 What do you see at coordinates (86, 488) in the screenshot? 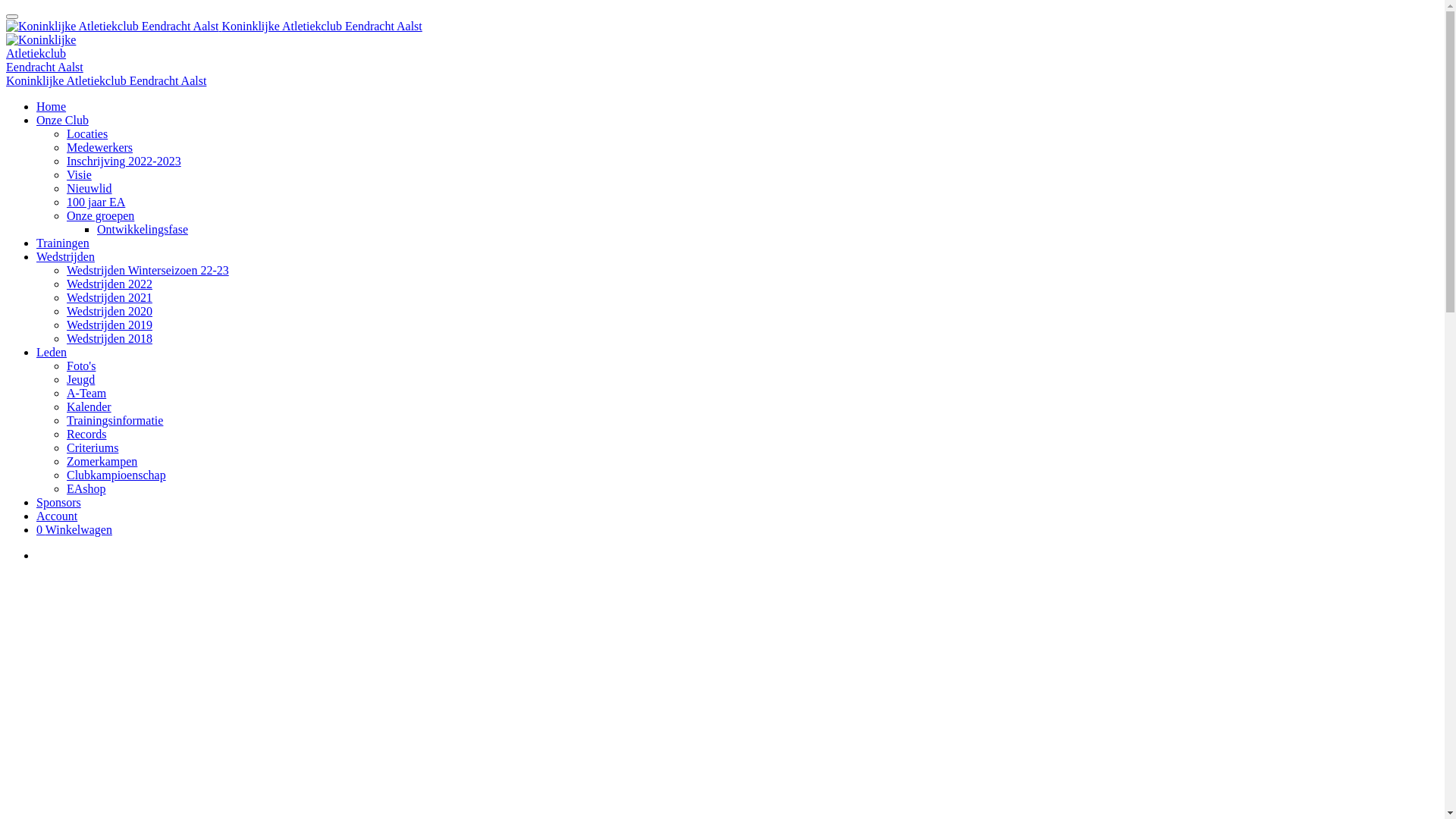
I see `'EAshop'` at bounding box center [86, 488].